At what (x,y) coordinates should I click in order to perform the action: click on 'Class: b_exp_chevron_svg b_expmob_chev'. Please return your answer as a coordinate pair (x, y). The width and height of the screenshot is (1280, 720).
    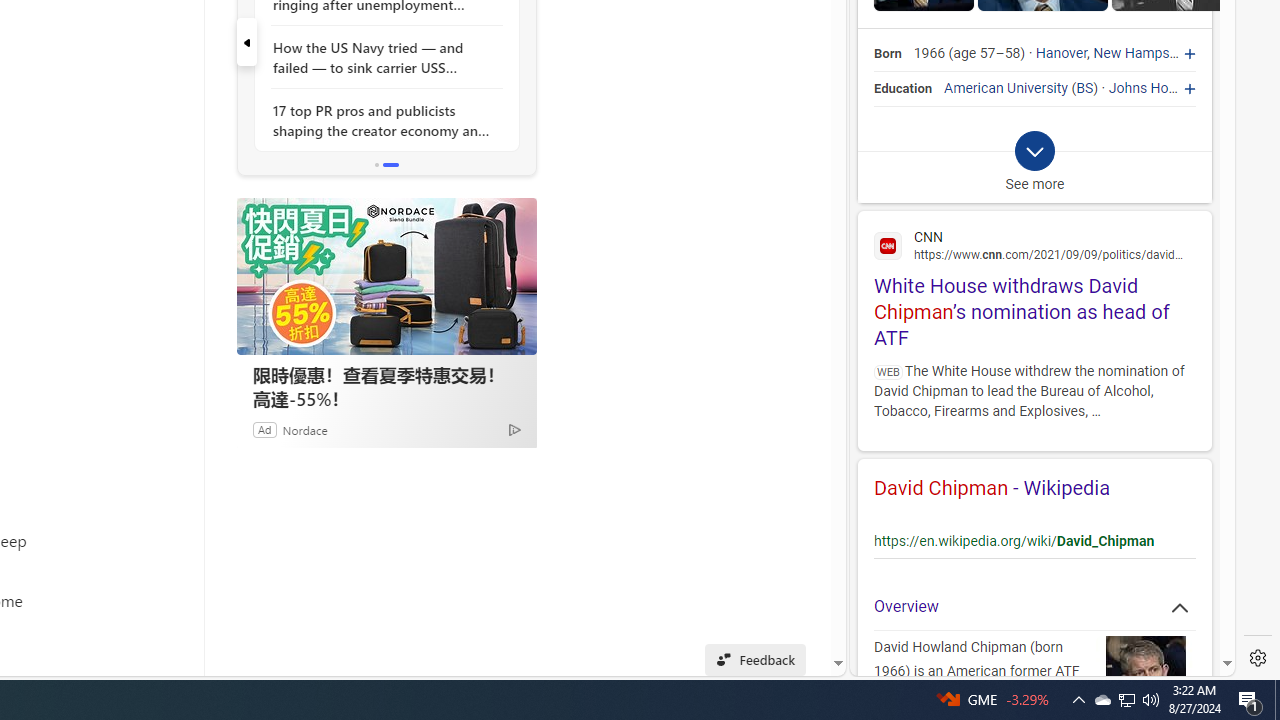
    Looking at the image, I should click on (1034, 150).